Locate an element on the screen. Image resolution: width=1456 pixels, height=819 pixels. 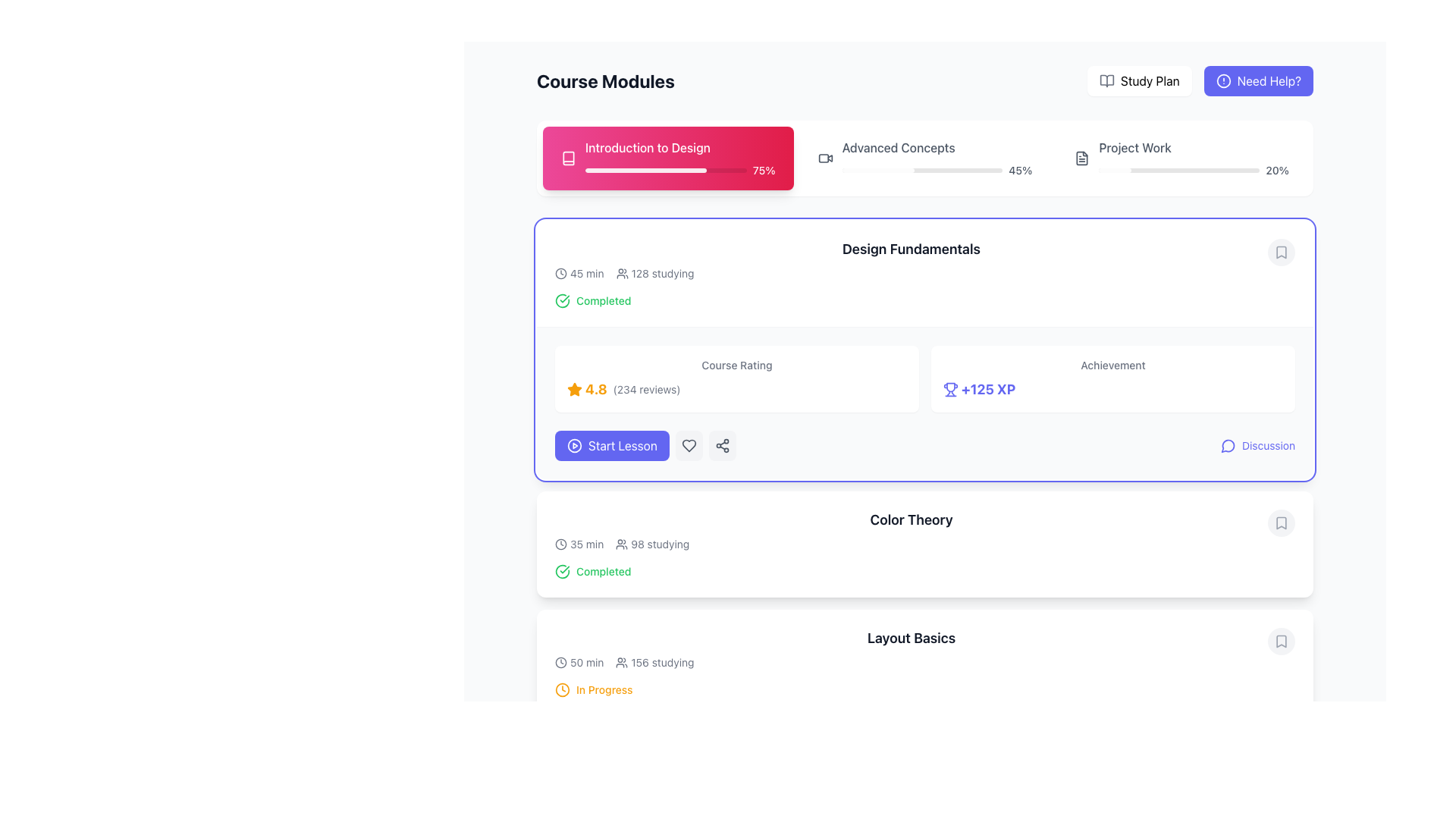
the Rating indicator located in the 'Course Rating' section of the 'Design Fundamentals' card, positioned towards the left of the card, next to the achievement information is located at coordinates (736, 388).